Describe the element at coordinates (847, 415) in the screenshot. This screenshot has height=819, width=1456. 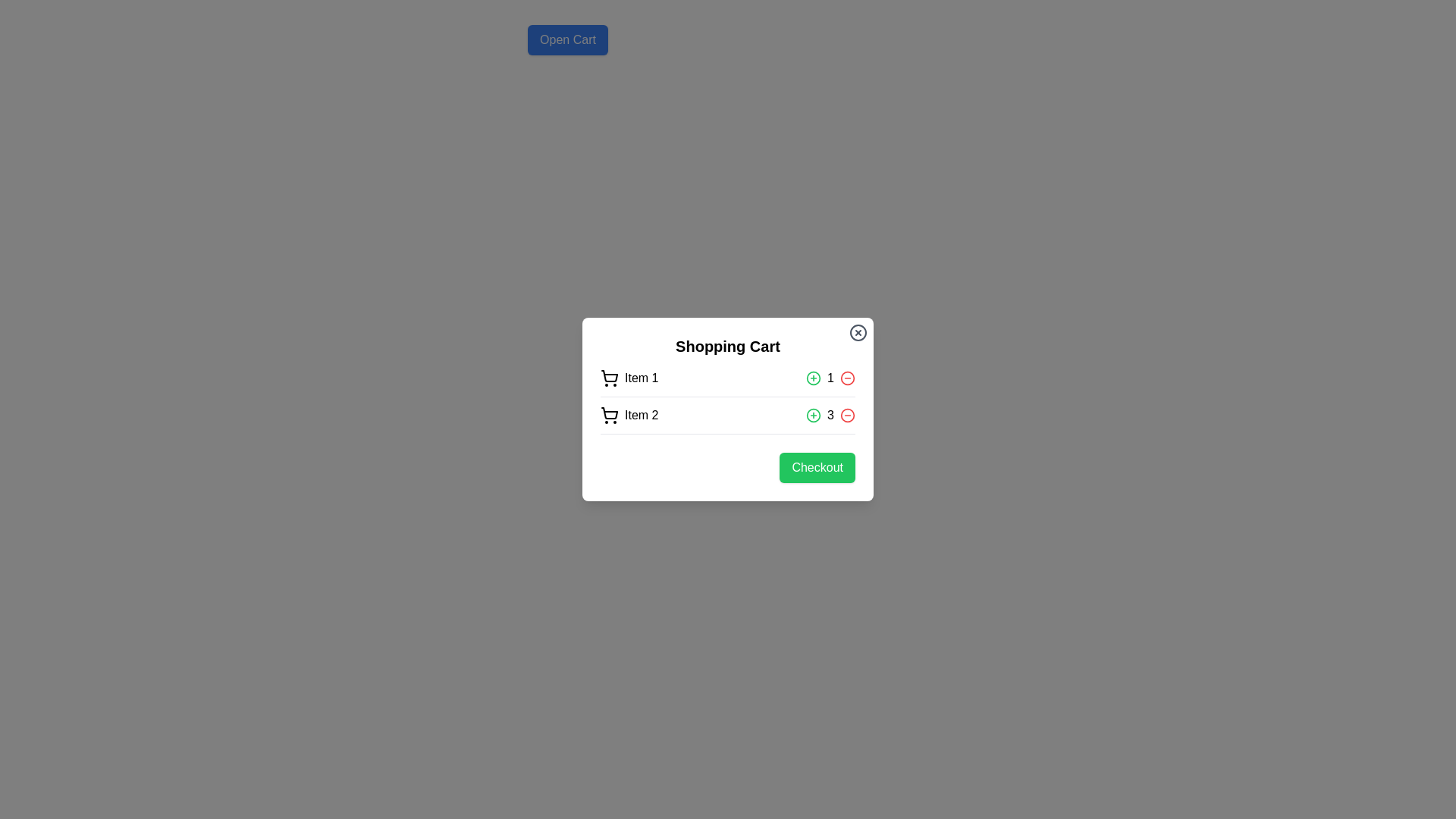
I see `the decrement button for 'Item 2' to change its appearance` at that location.